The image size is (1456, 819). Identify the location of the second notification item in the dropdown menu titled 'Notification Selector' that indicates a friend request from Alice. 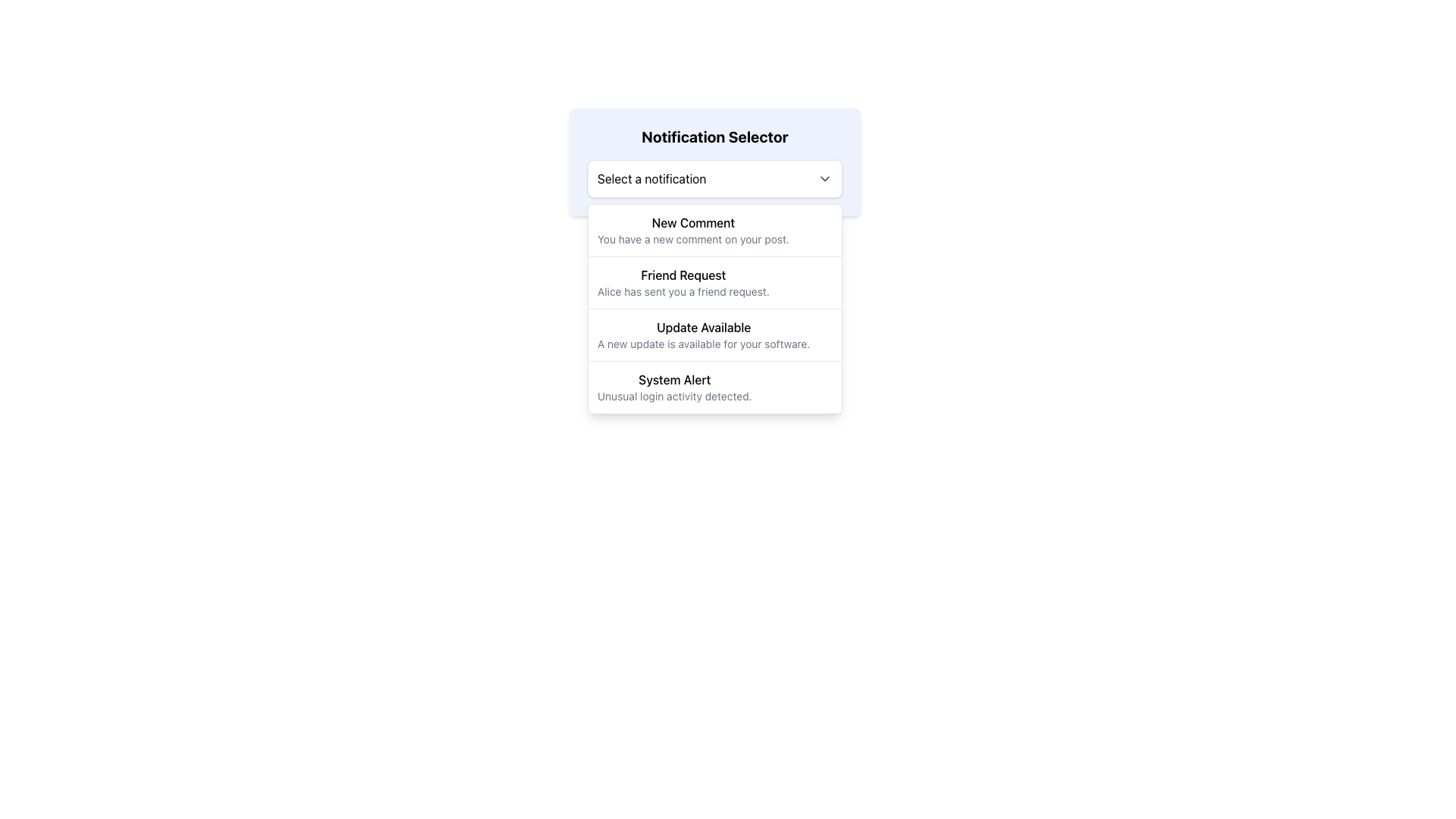
(682, 283).